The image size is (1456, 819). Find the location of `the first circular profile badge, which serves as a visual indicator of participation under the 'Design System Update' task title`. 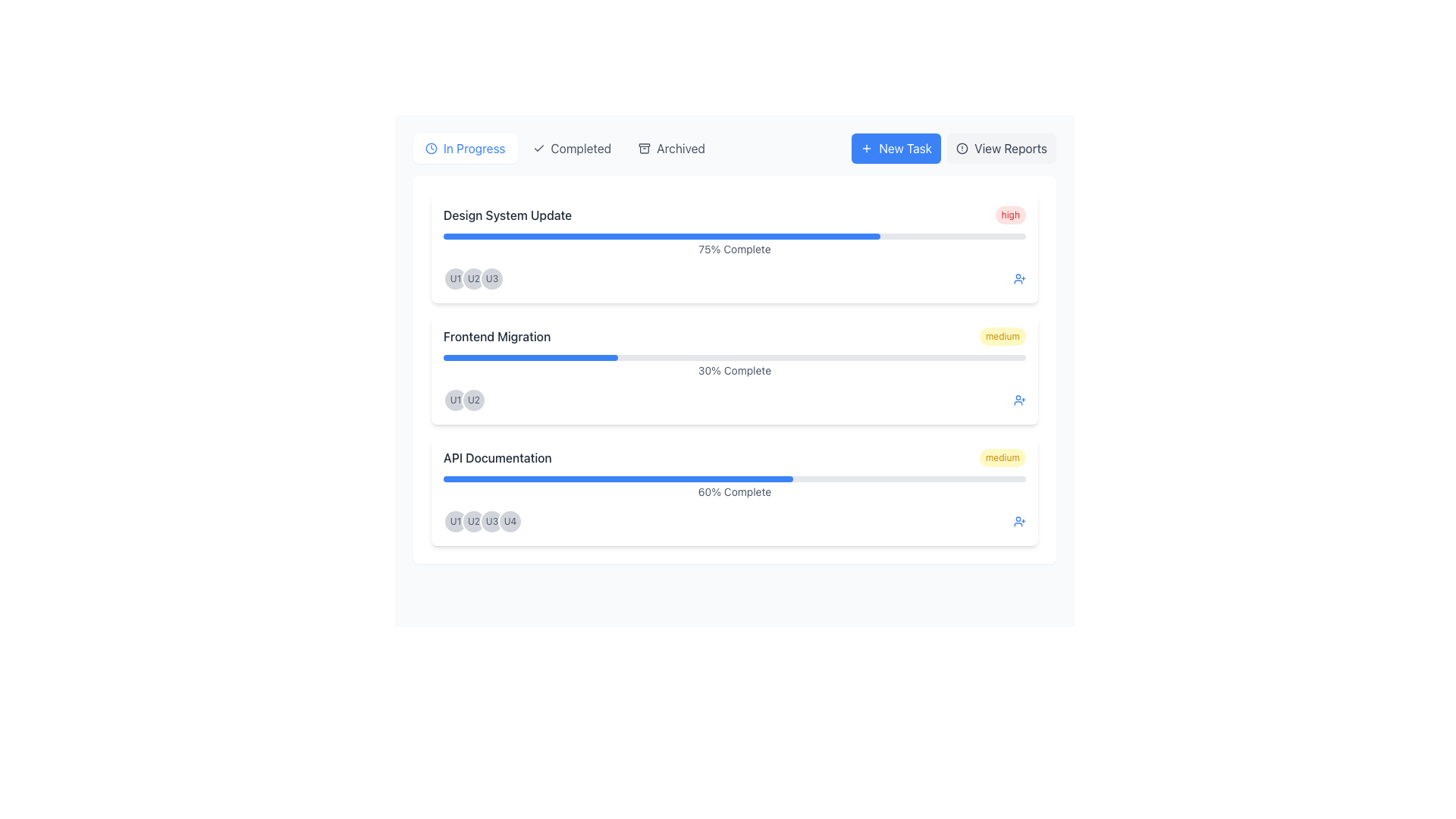

the first circular profile badge, which serves as a visual indicator of participation under the 'Design System Update' task title is located at coordinates (454, 278).